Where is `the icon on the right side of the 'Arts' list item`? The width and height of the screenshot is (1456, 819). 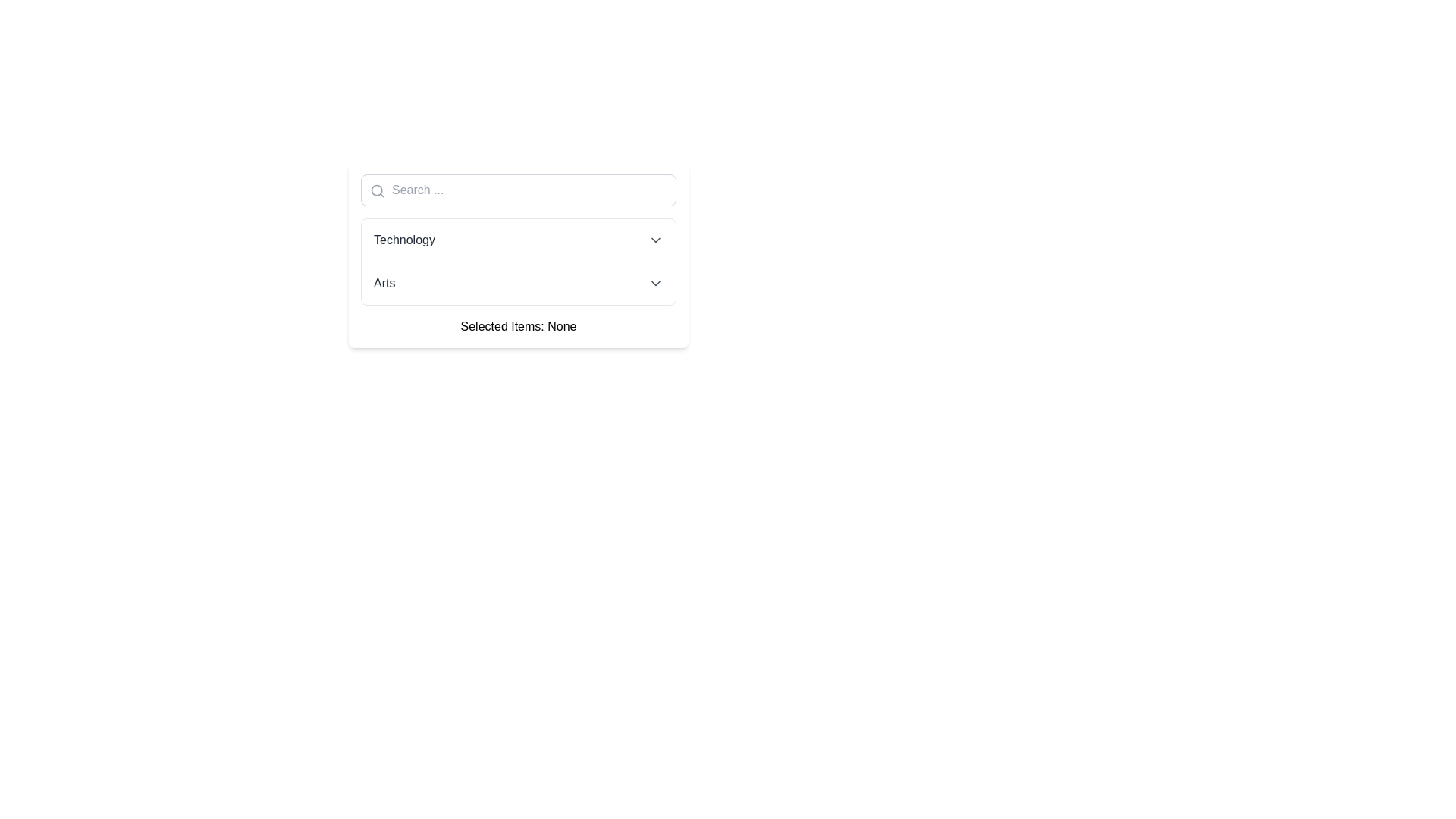
the icon on the right side of the 'Arts' list item is located at coordinates (655, 284).